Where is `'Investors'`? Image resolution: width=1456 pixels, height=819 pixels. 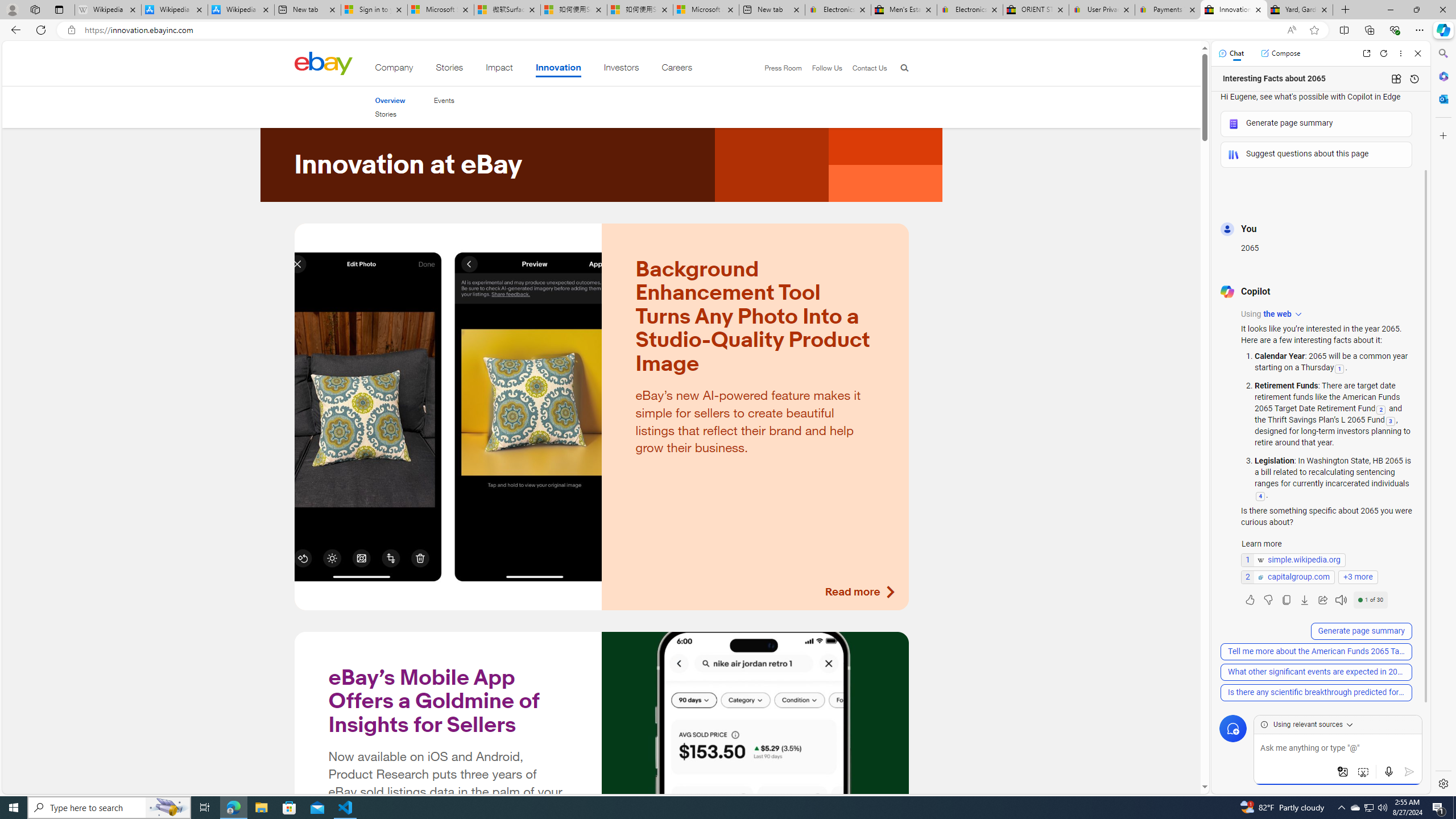 'Investors' is located at coordinates (621, 69).